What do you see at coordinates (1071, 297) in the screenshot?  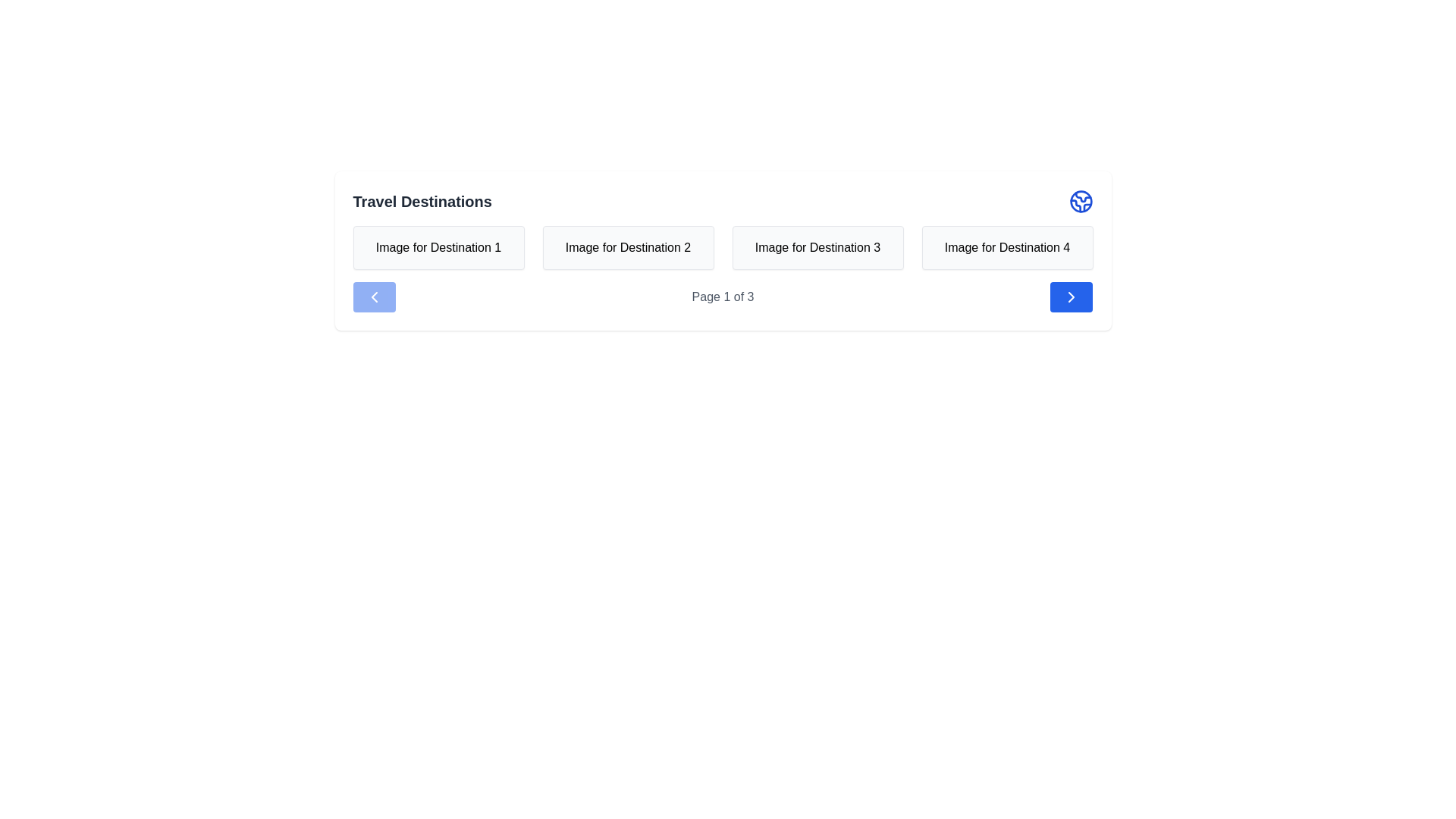 I see `the blue rectangular button with rounded corners and a white chevron pointing to the right, located at the rightmost section of the horizontal navigation bar` at bounding box center [1071, 297].